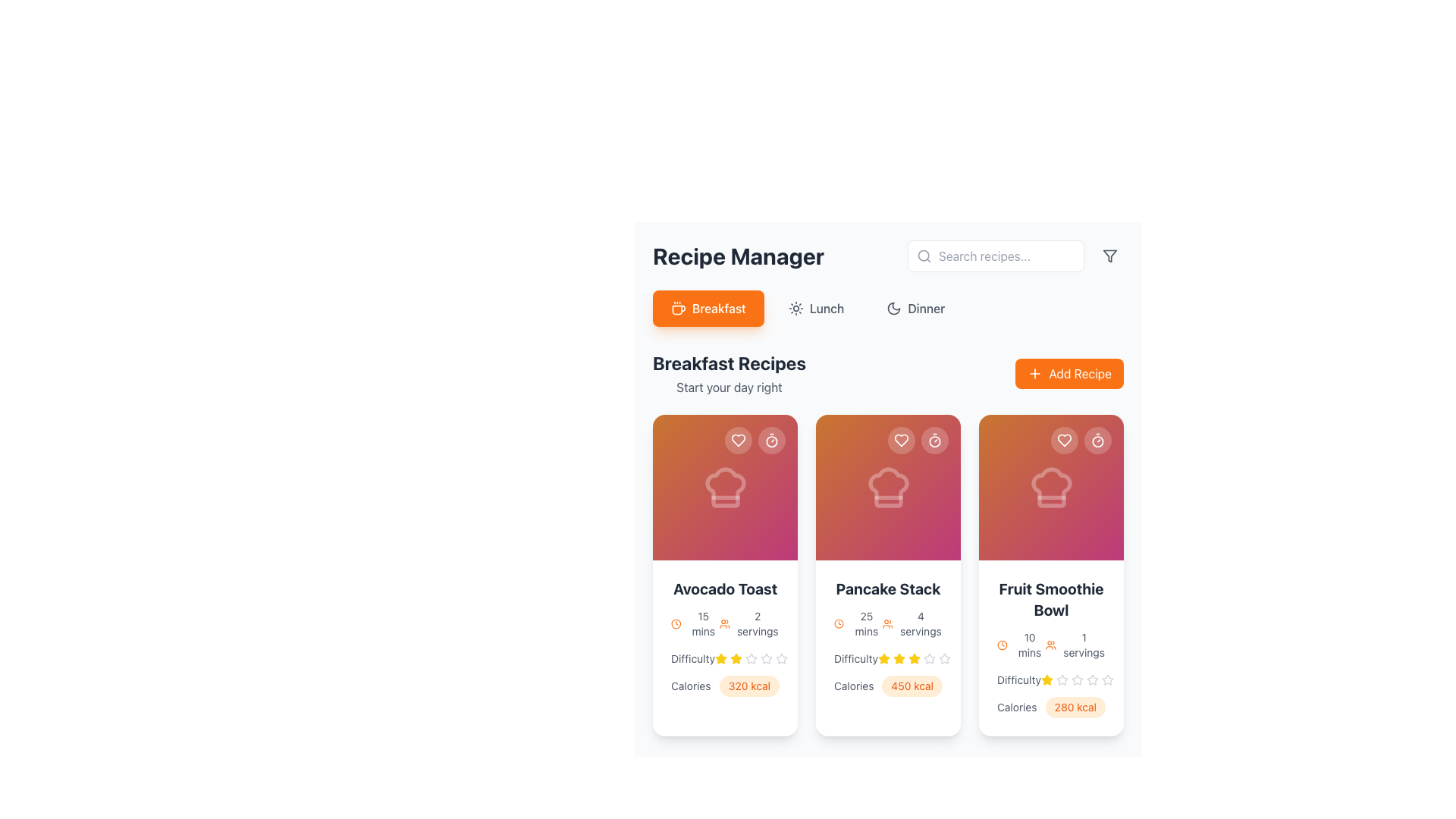 This screenshot has width=1456, height=819. Describe the element at coordinates (690, 686) in the screenshot. I see `the 'Calories' text label displayed in gray color, styled with a modern sans-serif font, located at the bottom-left area of the 'Avocado Toast' recipe card for information` at that location.